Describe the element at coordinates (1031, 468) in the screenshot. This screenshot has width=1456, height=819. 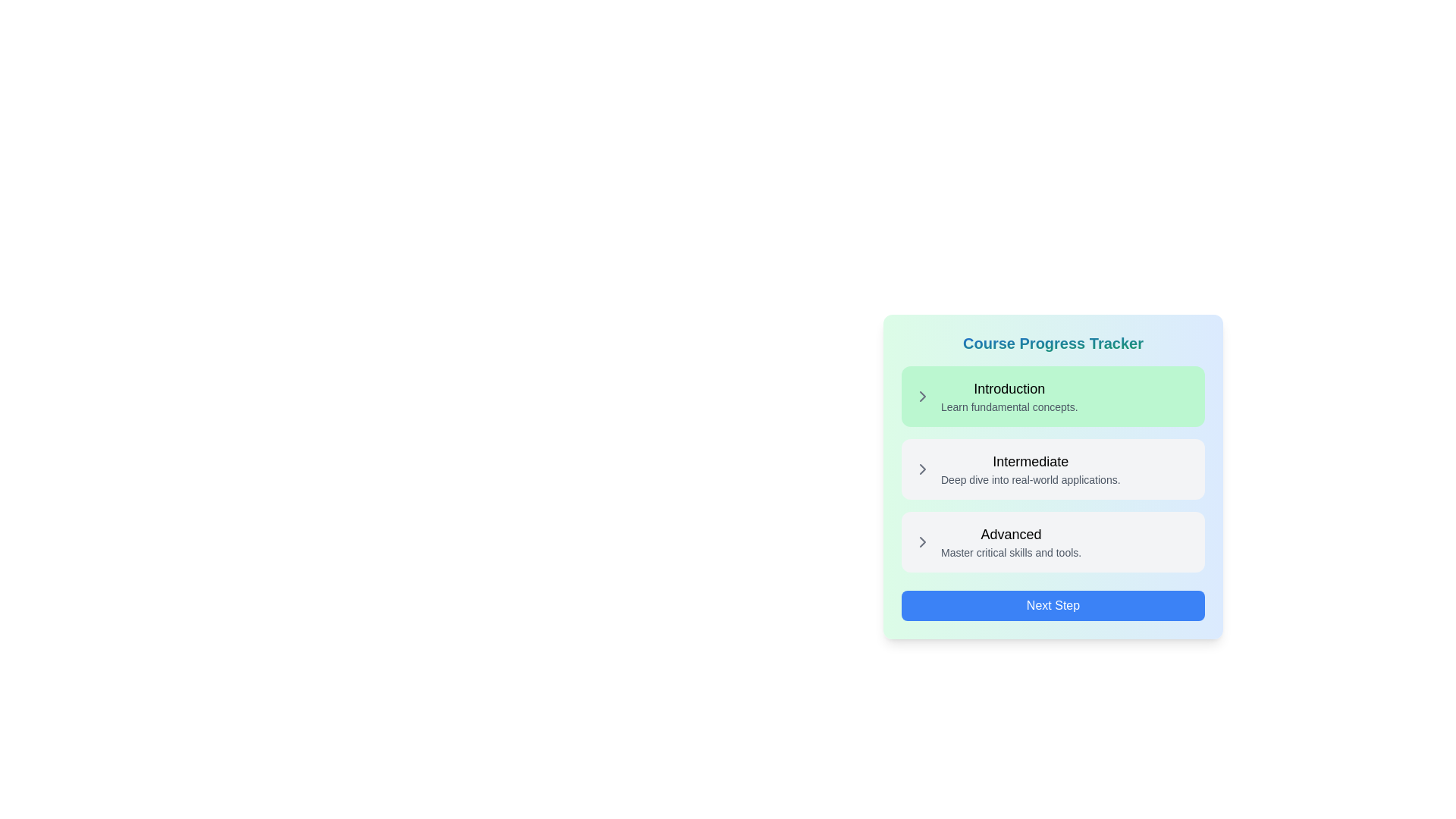
I see `the text block containing 'Intermediate' and 'Deep dive into real-world applications.' within the Course Progress Tracker card` at that location.